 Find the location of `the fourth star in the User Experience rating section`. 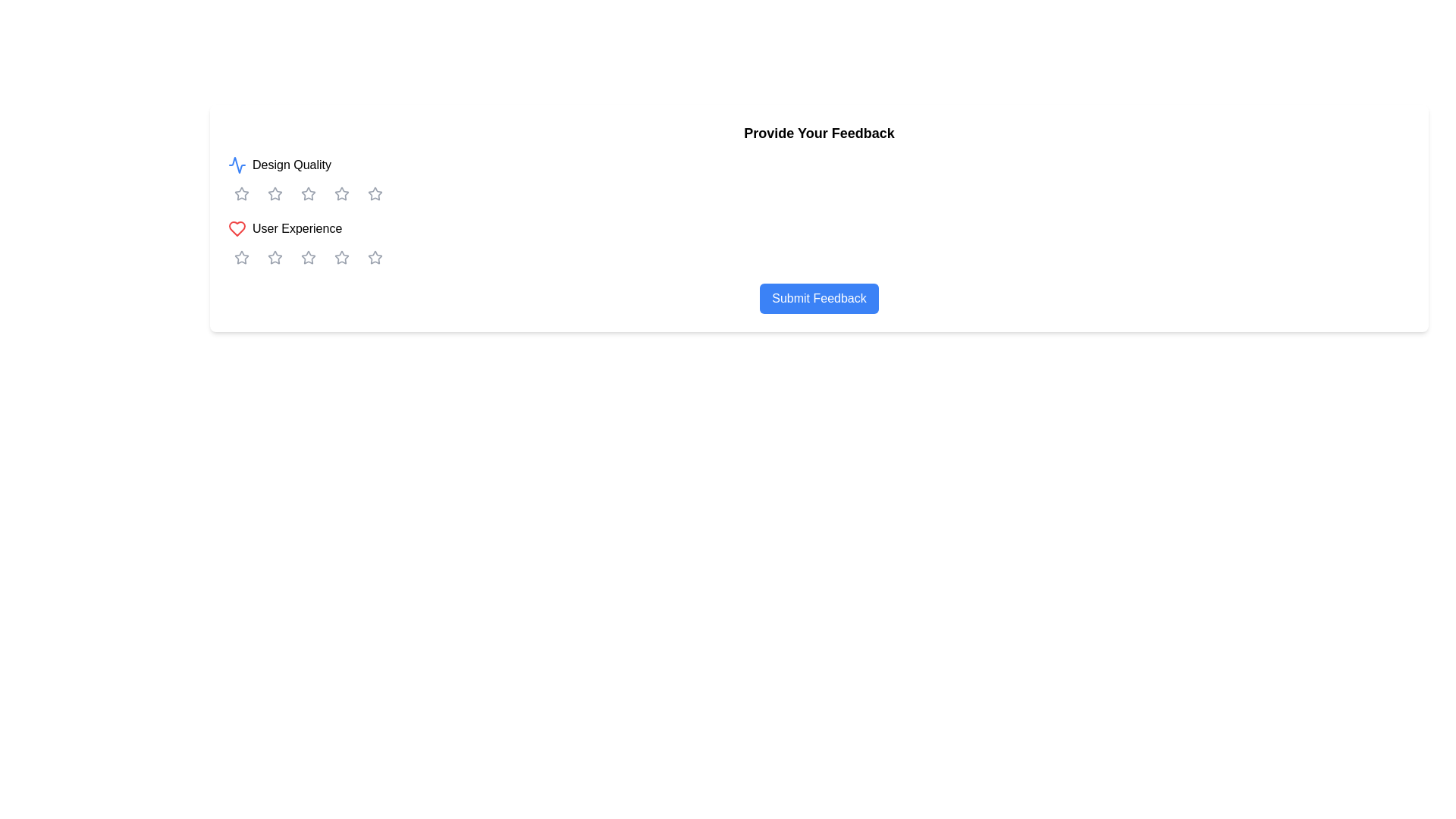

the fourth star in the User Experience rating section is located at coordinates (341, 256).